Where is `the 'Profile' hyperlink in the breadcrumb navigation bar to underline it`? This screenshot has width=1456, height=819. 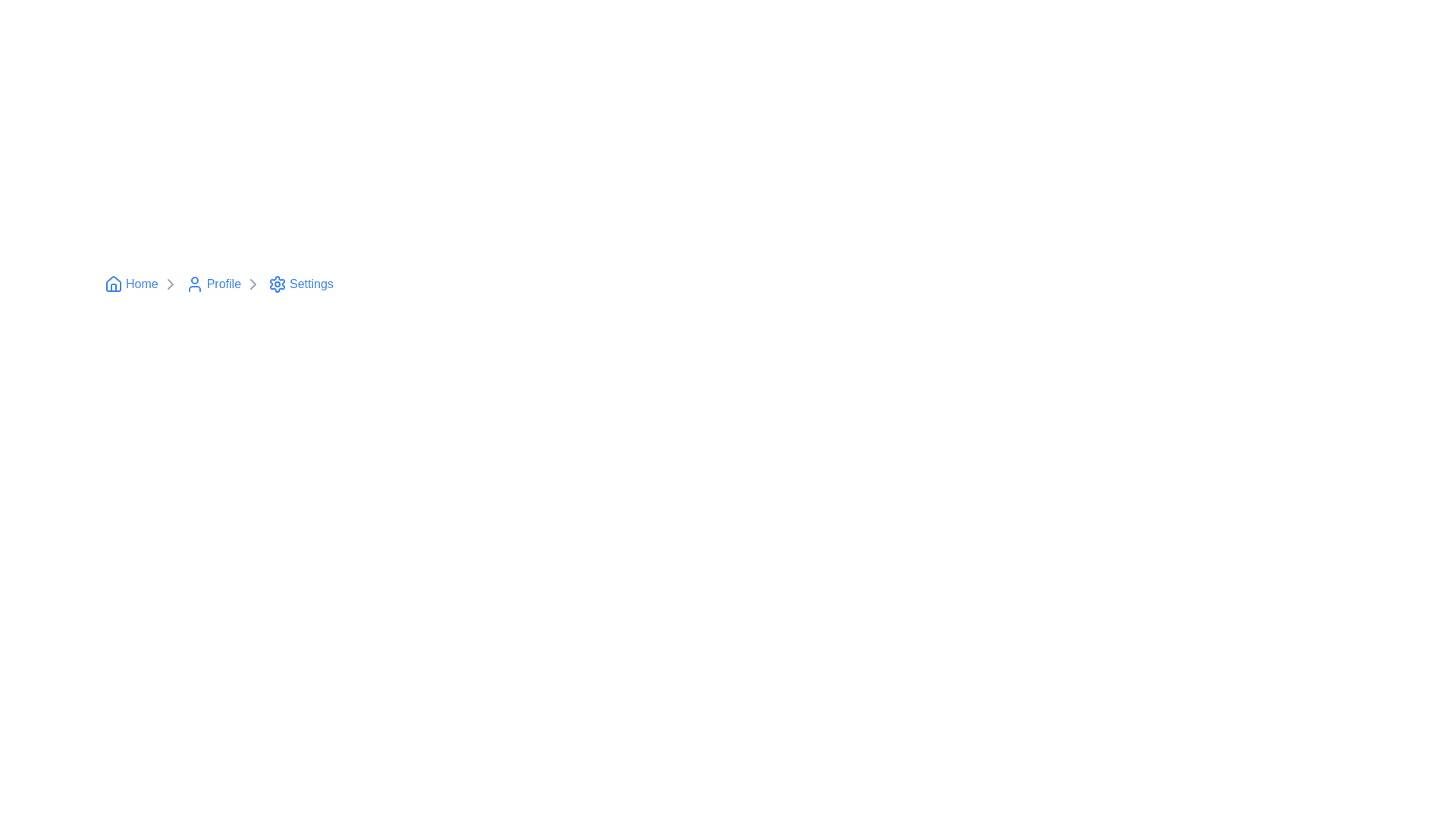 the 'Profile' hyperlink in the breadcrumb navigation bar to underline it is located at coordinates (212, 284).